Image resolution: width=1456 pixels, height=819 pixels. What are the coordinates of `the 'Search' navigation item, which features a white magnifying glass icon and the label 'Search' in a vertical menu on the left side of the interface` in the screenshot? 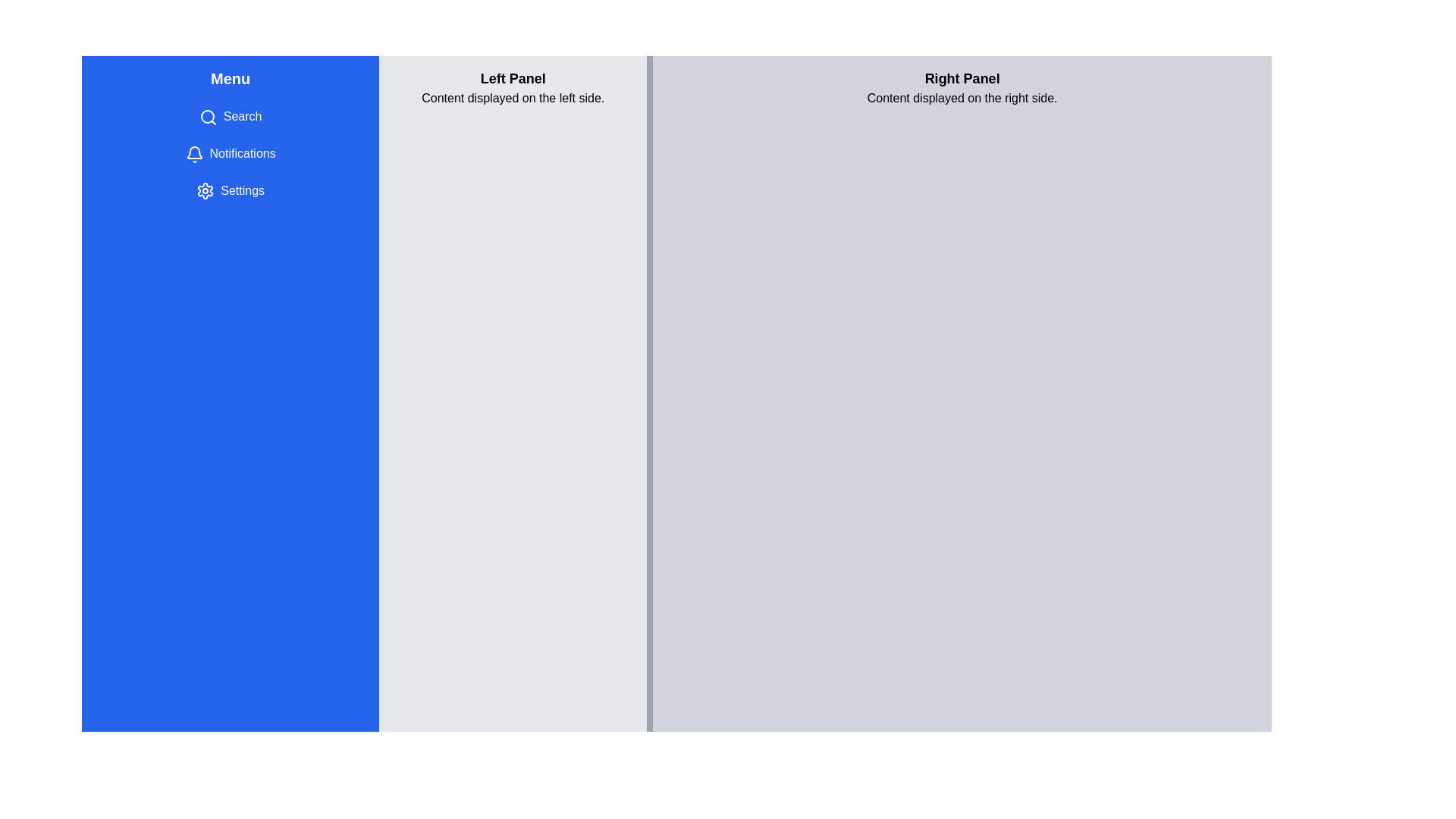 It's located at (230, 116).